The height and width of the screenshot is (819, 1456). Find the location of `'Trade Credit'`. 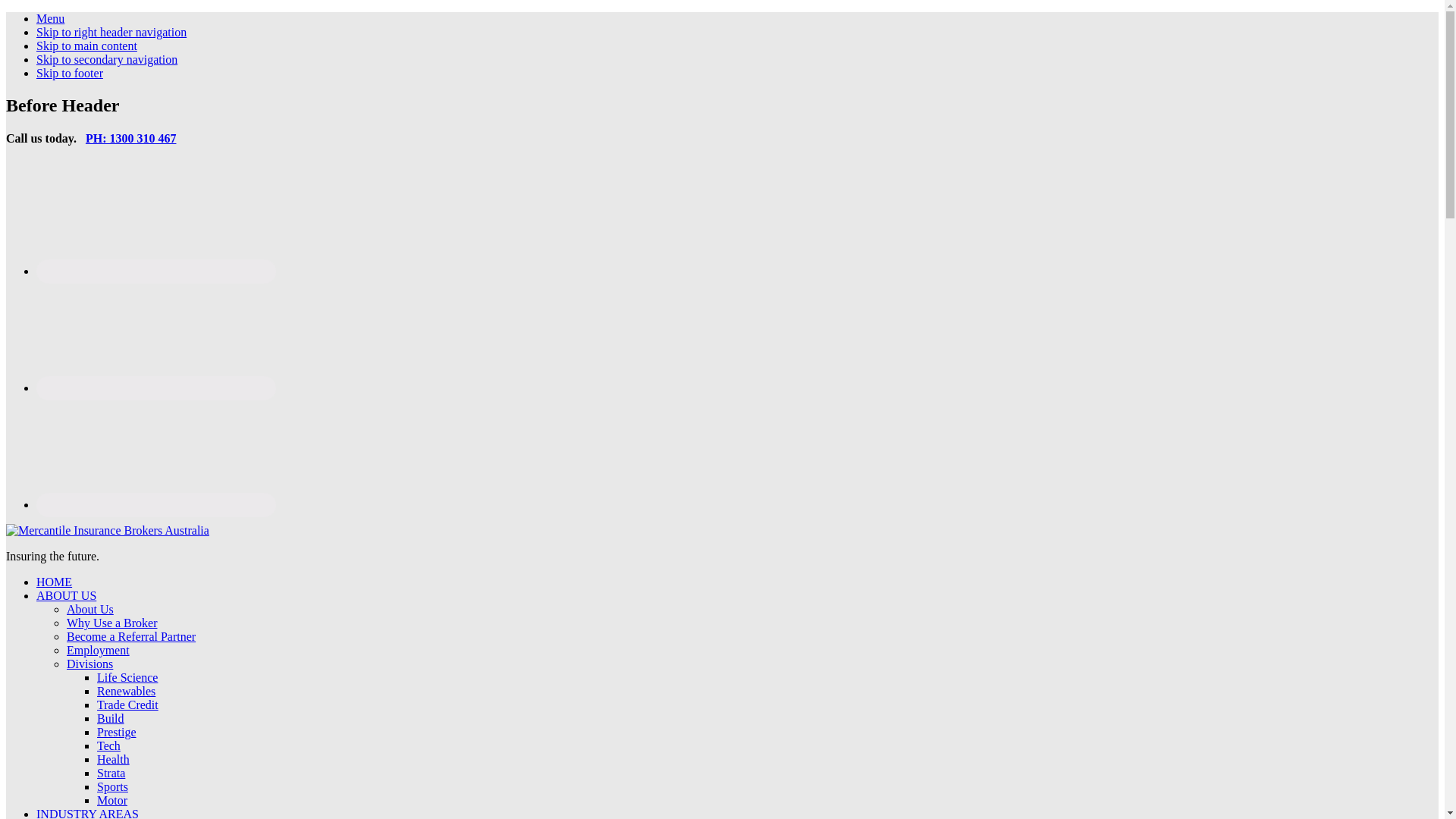

'Trade Credit' is located at coordinates (127, 704).